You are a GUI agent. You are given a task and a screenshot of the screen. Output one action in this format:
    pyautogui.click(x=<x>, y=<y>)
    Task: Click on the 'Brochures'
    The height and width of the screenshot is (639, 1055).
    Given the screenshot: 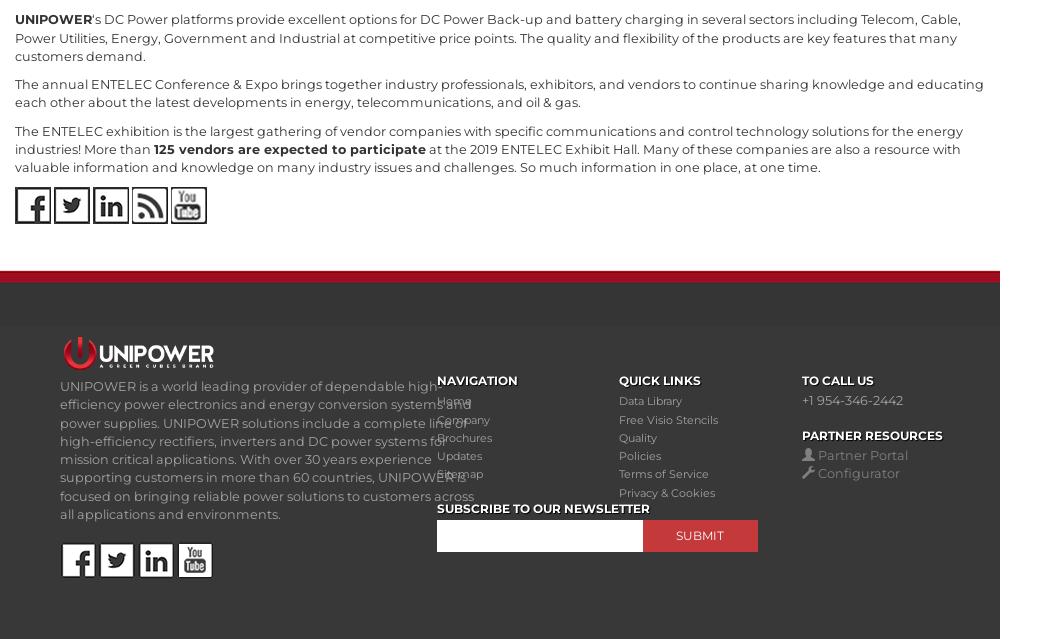 What is the action you would take?
    pyautogui.click(x=462, y=437)
    